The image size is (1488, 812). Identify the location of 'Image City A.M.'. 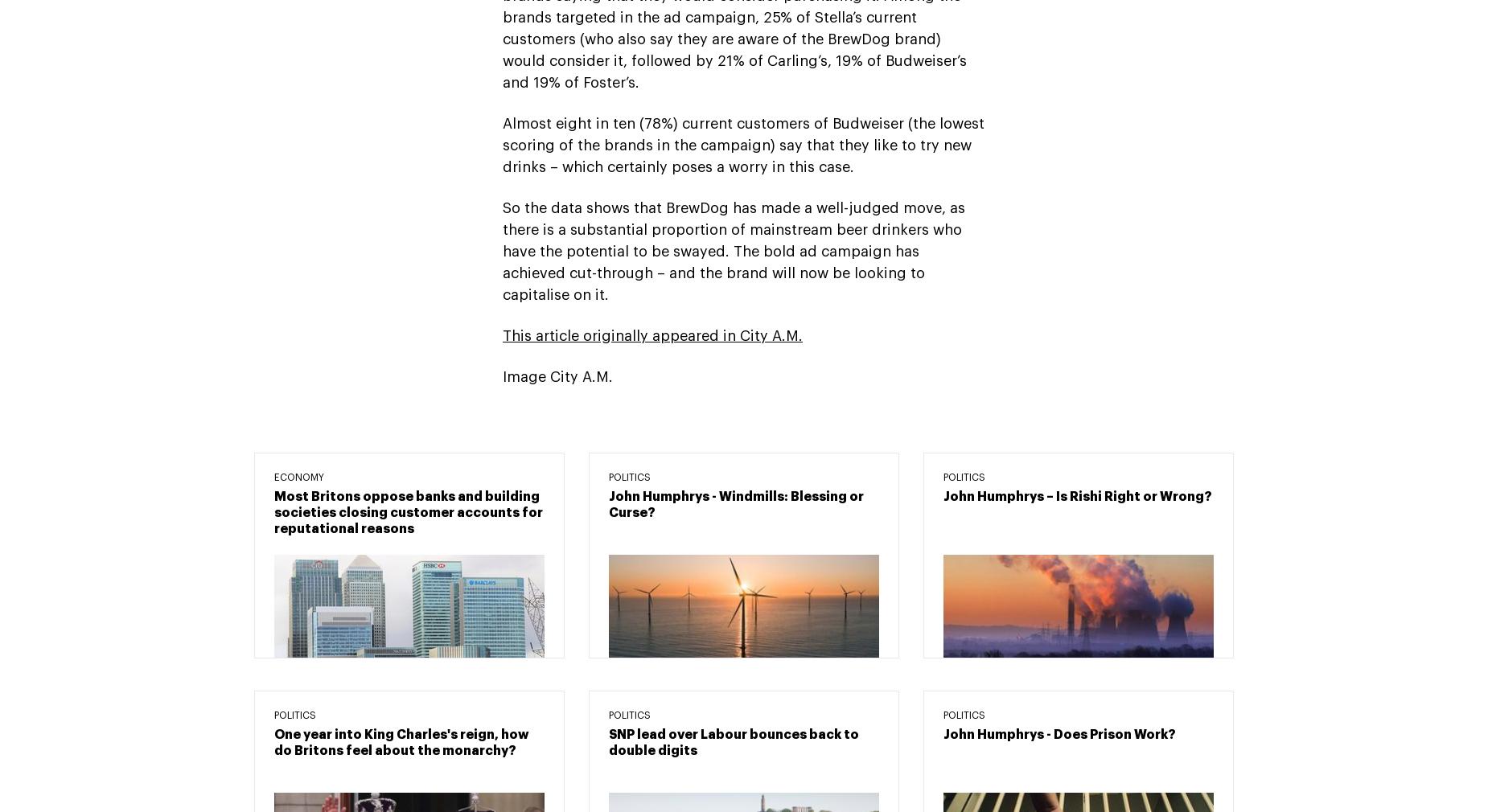
(557, 376).